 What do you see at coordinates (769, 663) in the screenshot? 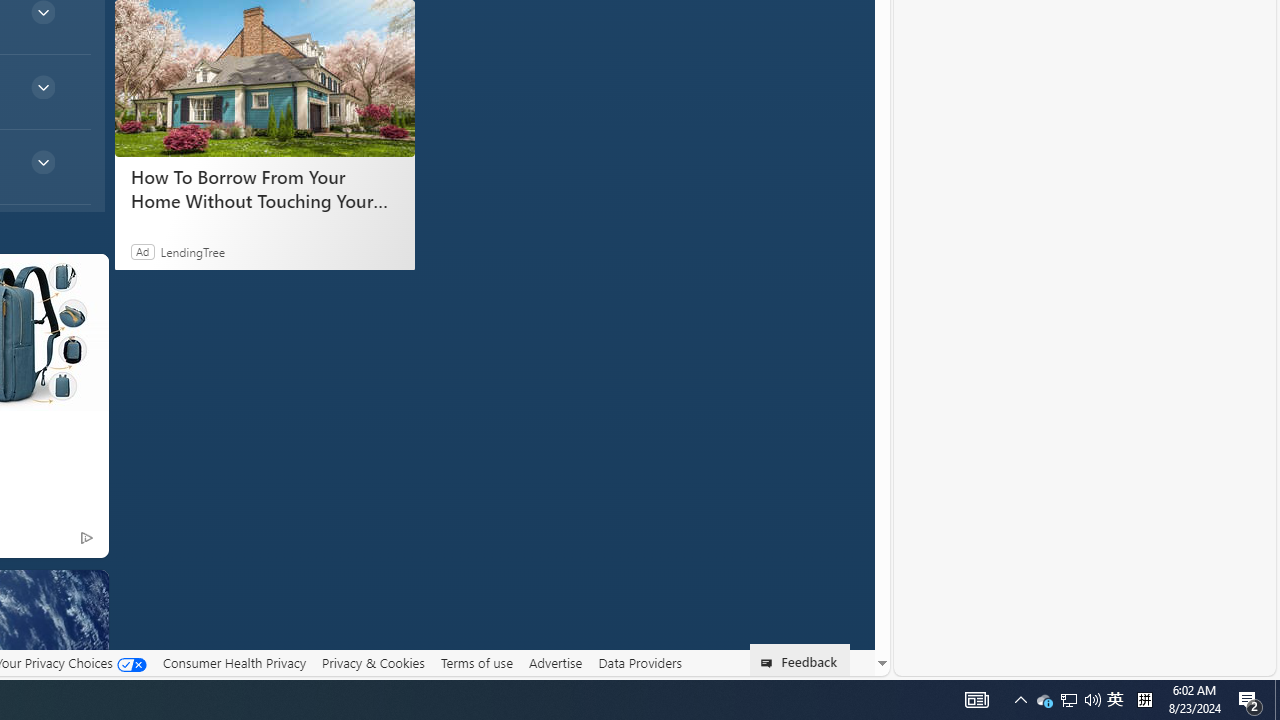
I see `'Class: feedback_link_icon-DS-EntryPoint1-1'` at bounding box center [769, 663].